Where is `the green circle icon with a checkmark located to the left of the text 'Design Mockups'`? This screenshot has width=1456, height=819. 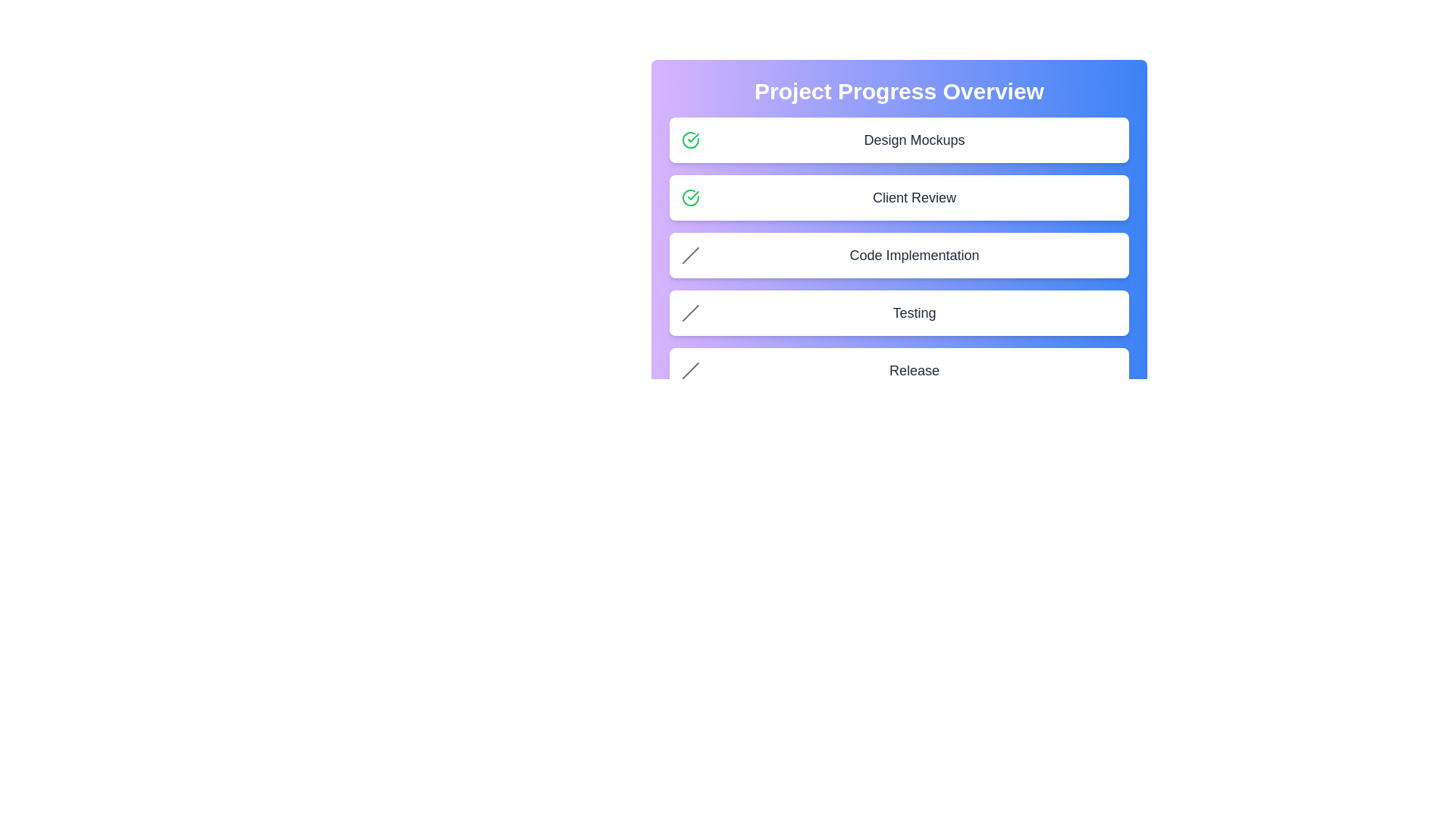 the green circle icon with a checkmark located to the left of the text 'Design Mockups' is located at coordinates (690, 140).